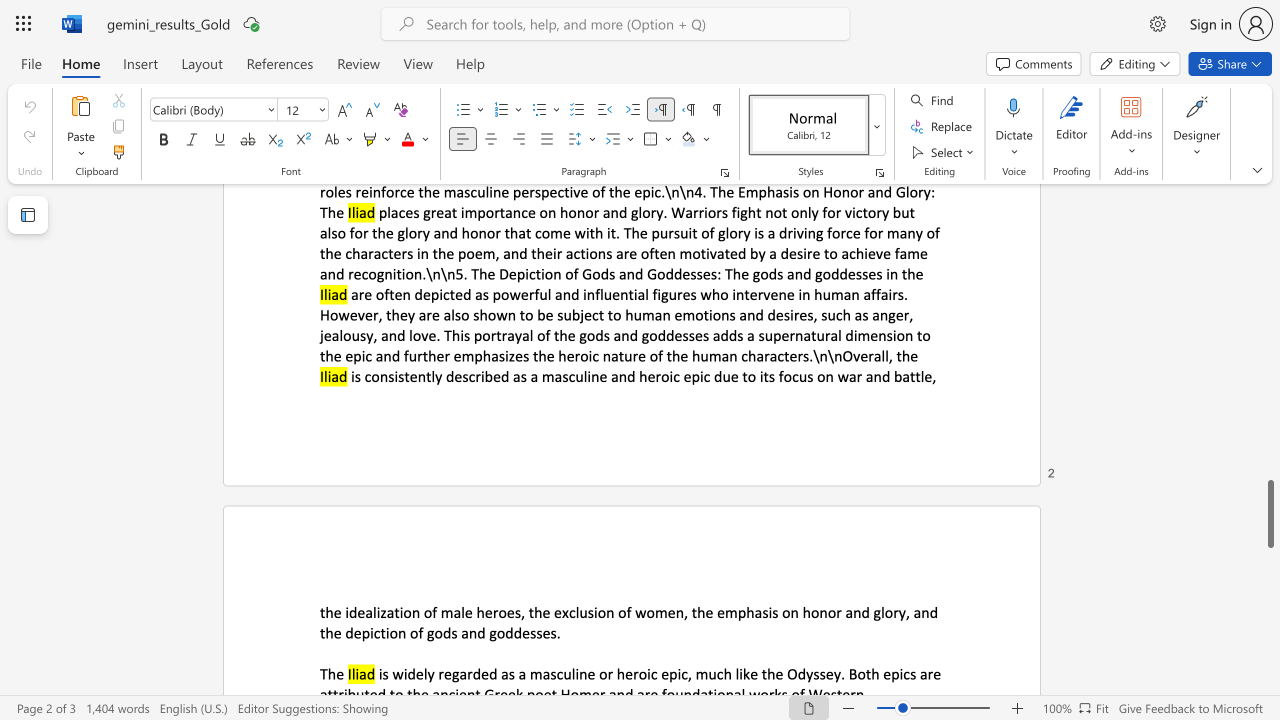  Describe the element at coordinates (1269, 310) in the screenshot. I see `the scrollbar on the right` at that location.